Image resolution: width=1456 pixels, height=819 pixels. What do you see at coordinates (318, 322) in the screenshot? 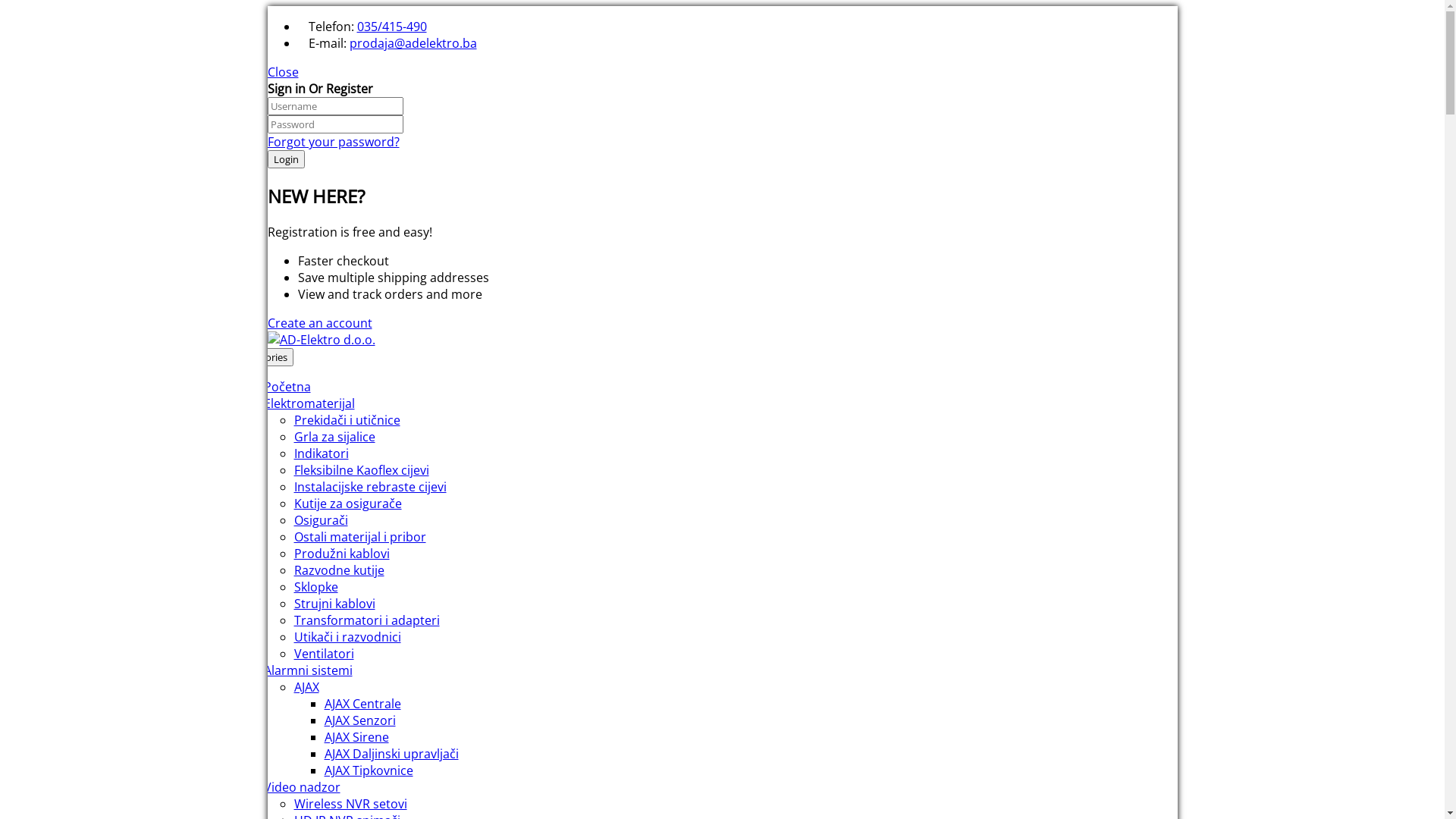
I see `'Create an account'` at bounding box center [318, 322].